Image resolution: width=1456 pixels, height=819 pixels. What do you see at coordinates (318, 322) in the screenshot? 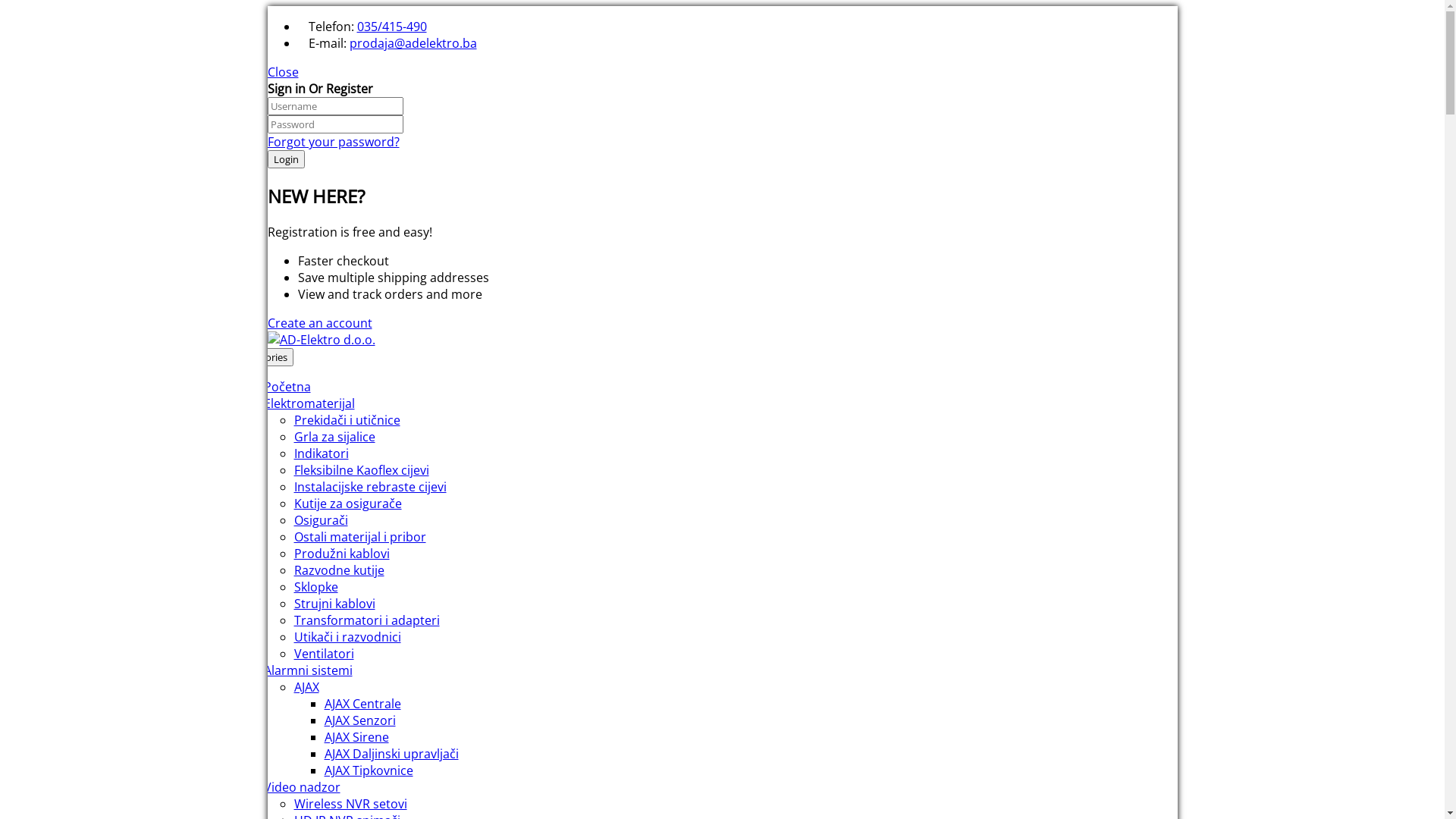
I see `'Create an account'` at bounding box center [318, 322].